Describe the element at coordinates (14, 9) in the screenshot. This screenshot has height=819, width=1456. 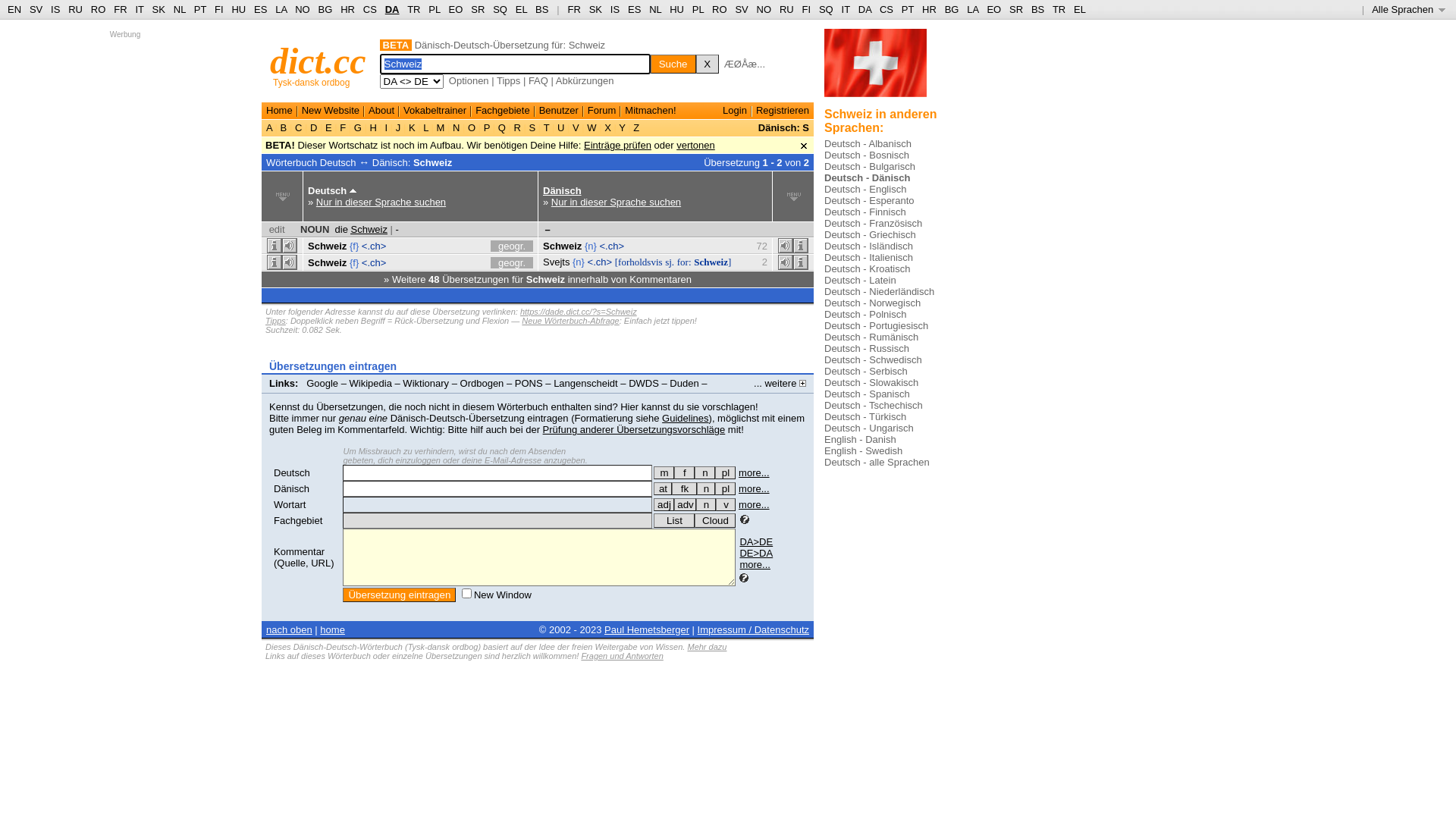
I see `'EN'` at that location.